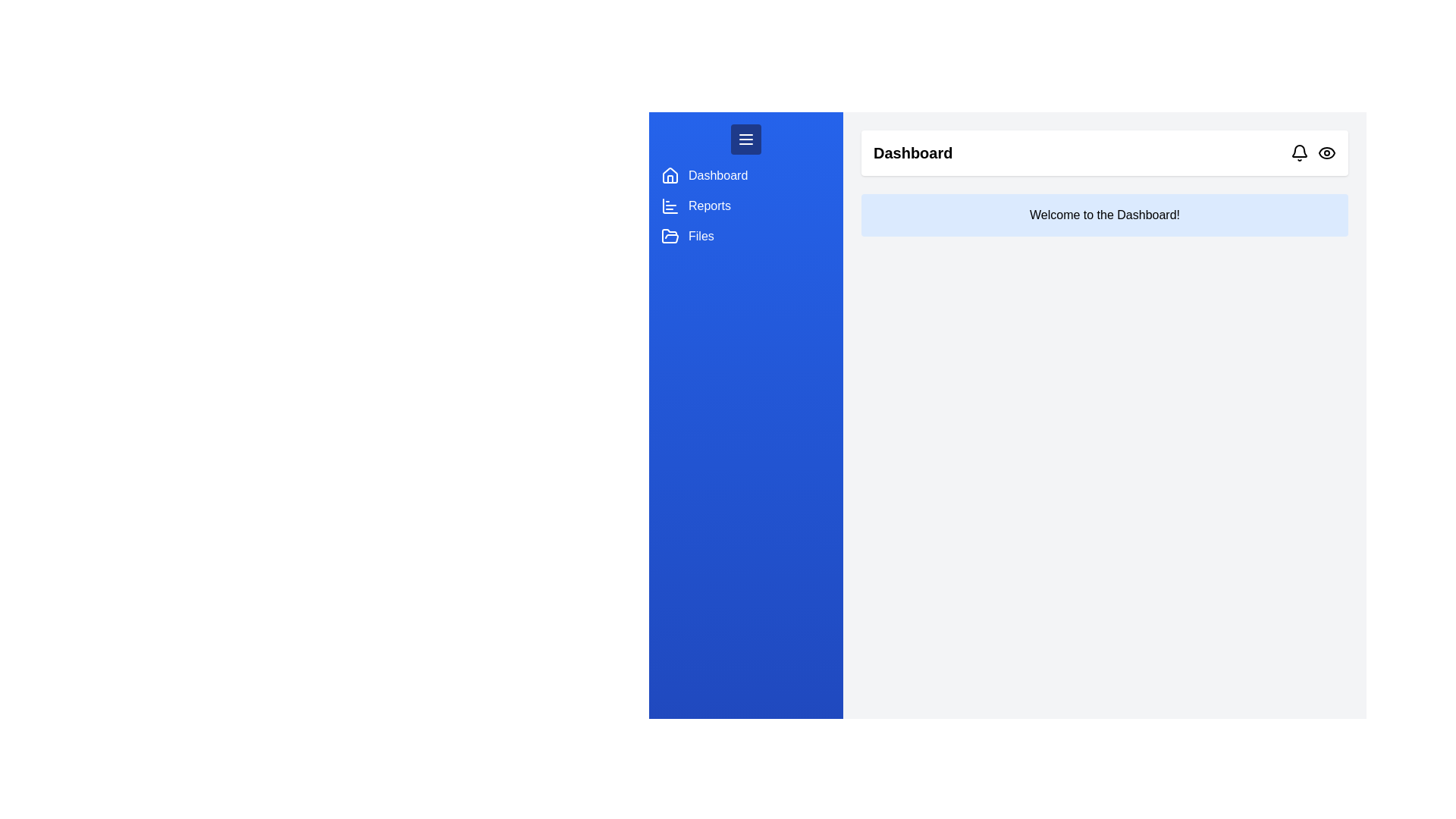  What do you see at coordinates (1298, 152) in the screenshot?
I see `the bell icon button styled as an outline located at the top-right corner of the content section` at bounding box center [1298, 152].